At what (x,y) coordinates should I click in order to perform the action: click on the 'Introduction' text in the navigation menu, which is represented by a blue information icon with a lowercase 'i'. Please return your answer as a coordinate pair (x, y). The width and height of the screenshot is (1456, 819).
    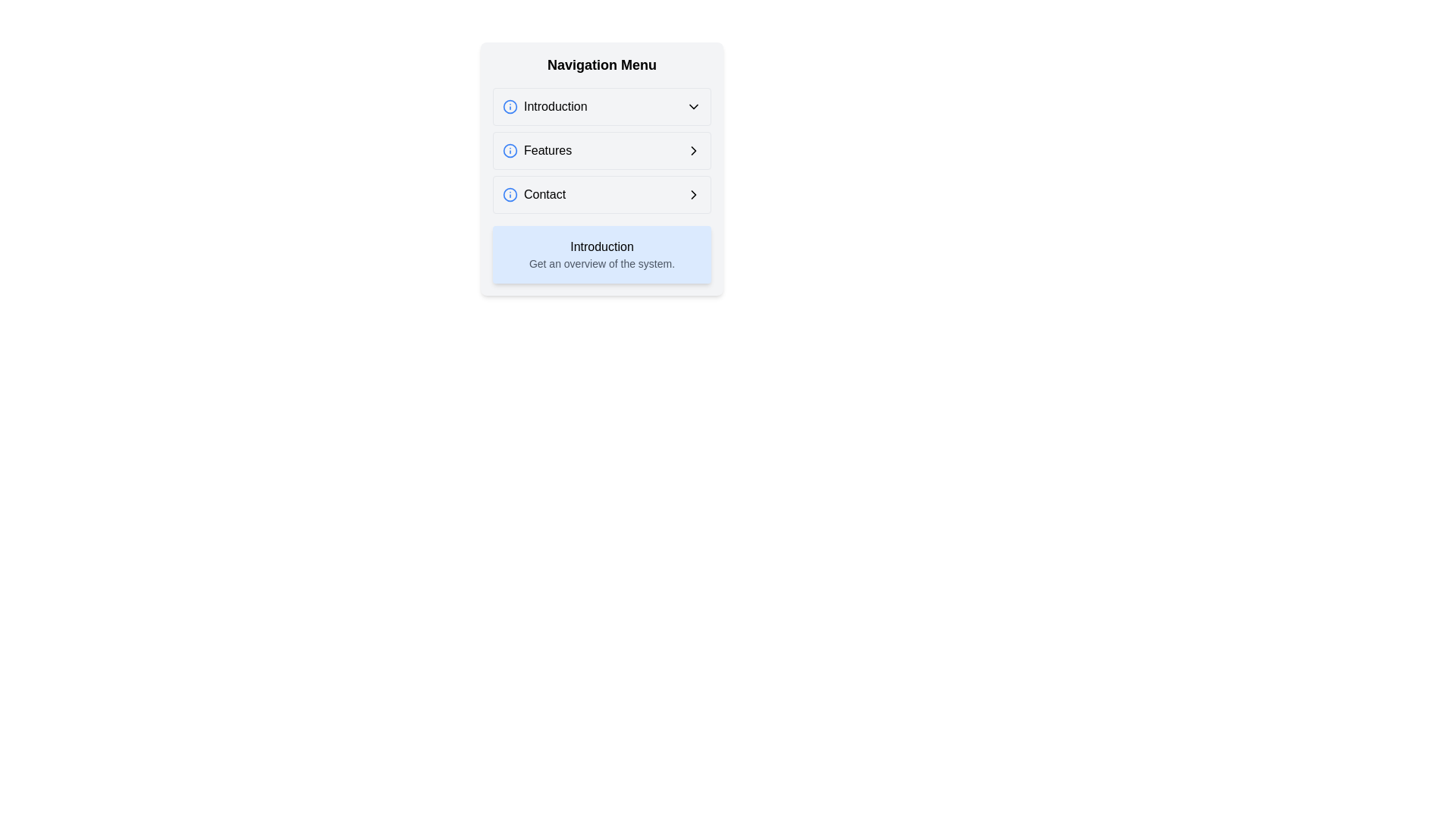
    Looking at the image, I should click on (544, 106).